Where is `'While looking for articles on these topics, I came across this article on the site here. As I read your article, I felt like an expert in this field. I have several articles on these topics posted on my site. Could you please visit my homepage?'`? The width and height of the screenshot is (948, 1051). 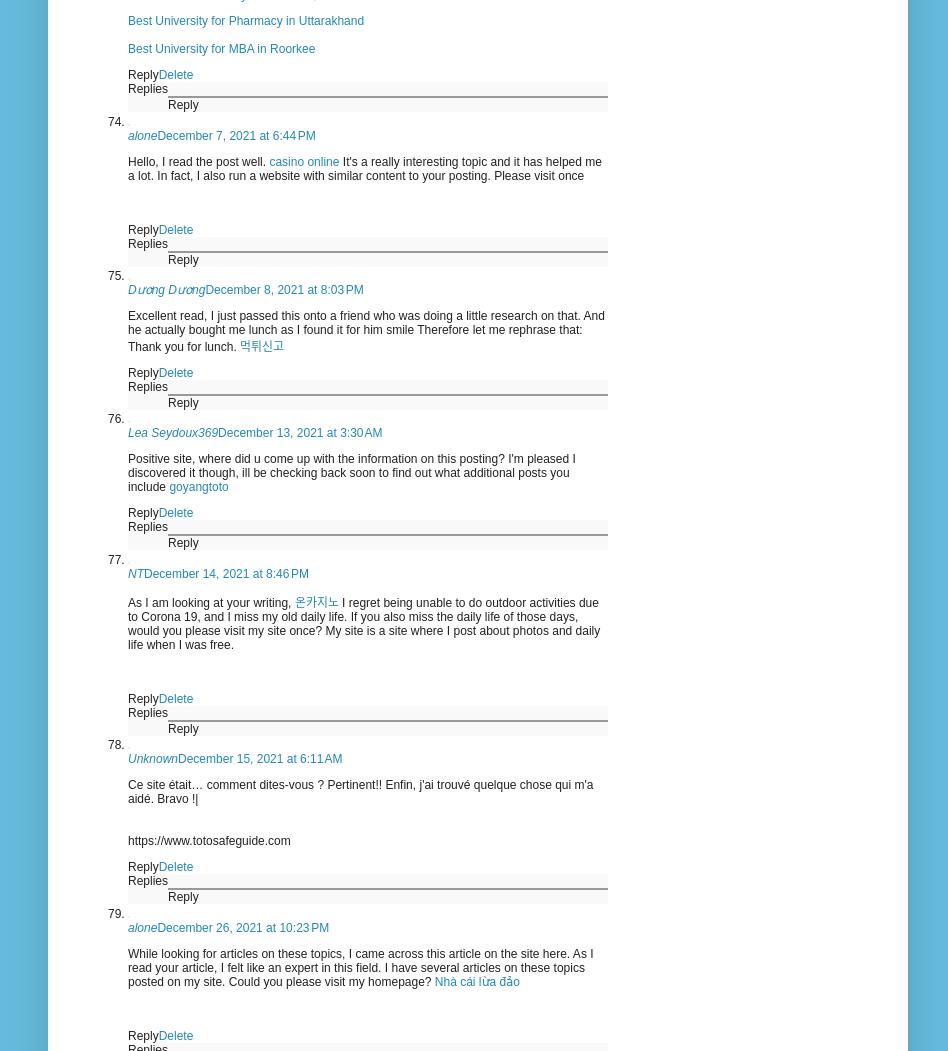 'While looking for articles on these topics, I came across this article on the site here. As I read your article, I felt like an expert in this field. I have several articles on these topics posted on my site. Could you please visit my homepage?' is located at coordinates (359, 966).